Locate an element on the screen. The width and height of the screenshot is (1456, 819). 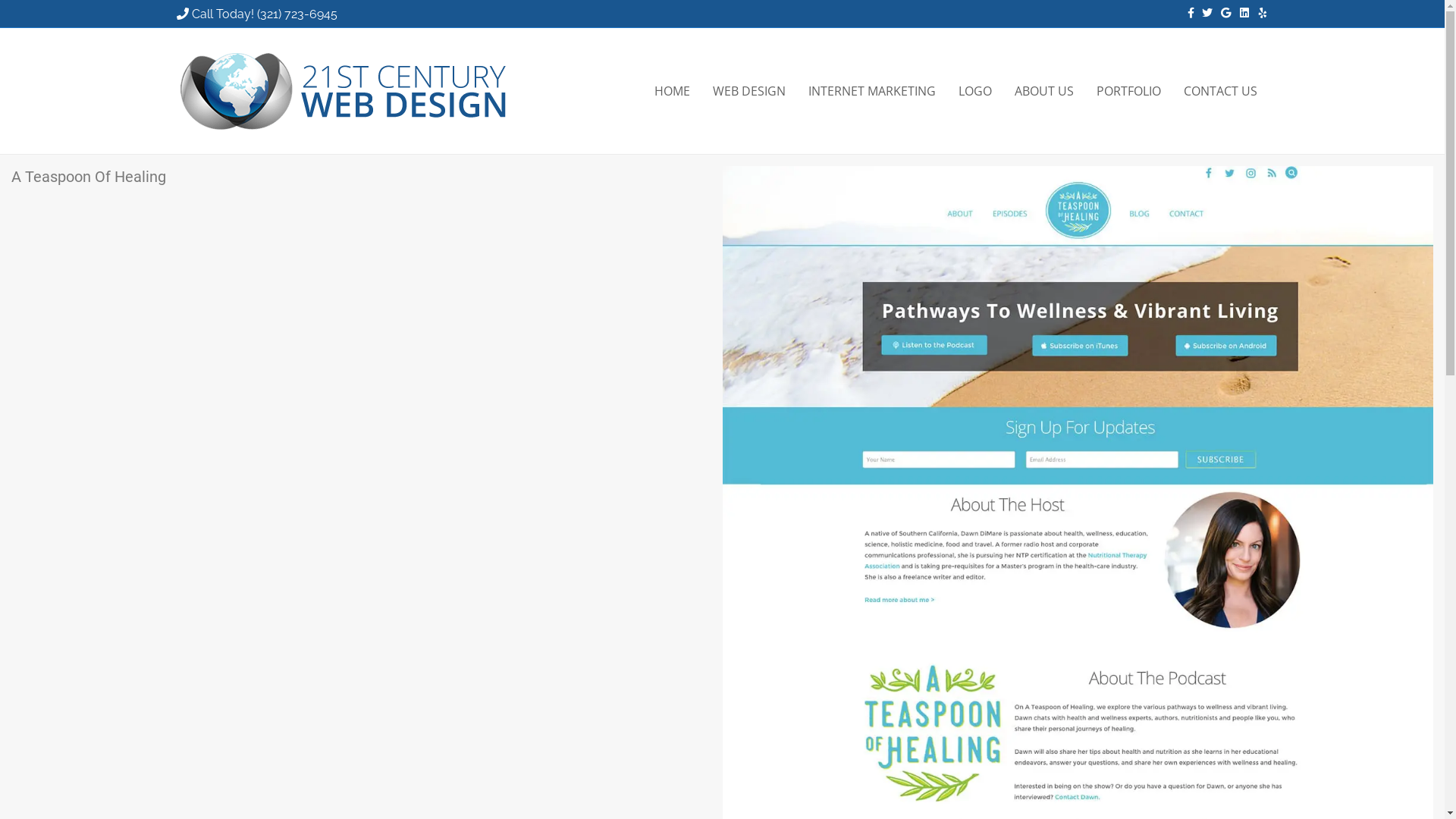
'PORTFOLIO' is located at coordinates (1084, 90).